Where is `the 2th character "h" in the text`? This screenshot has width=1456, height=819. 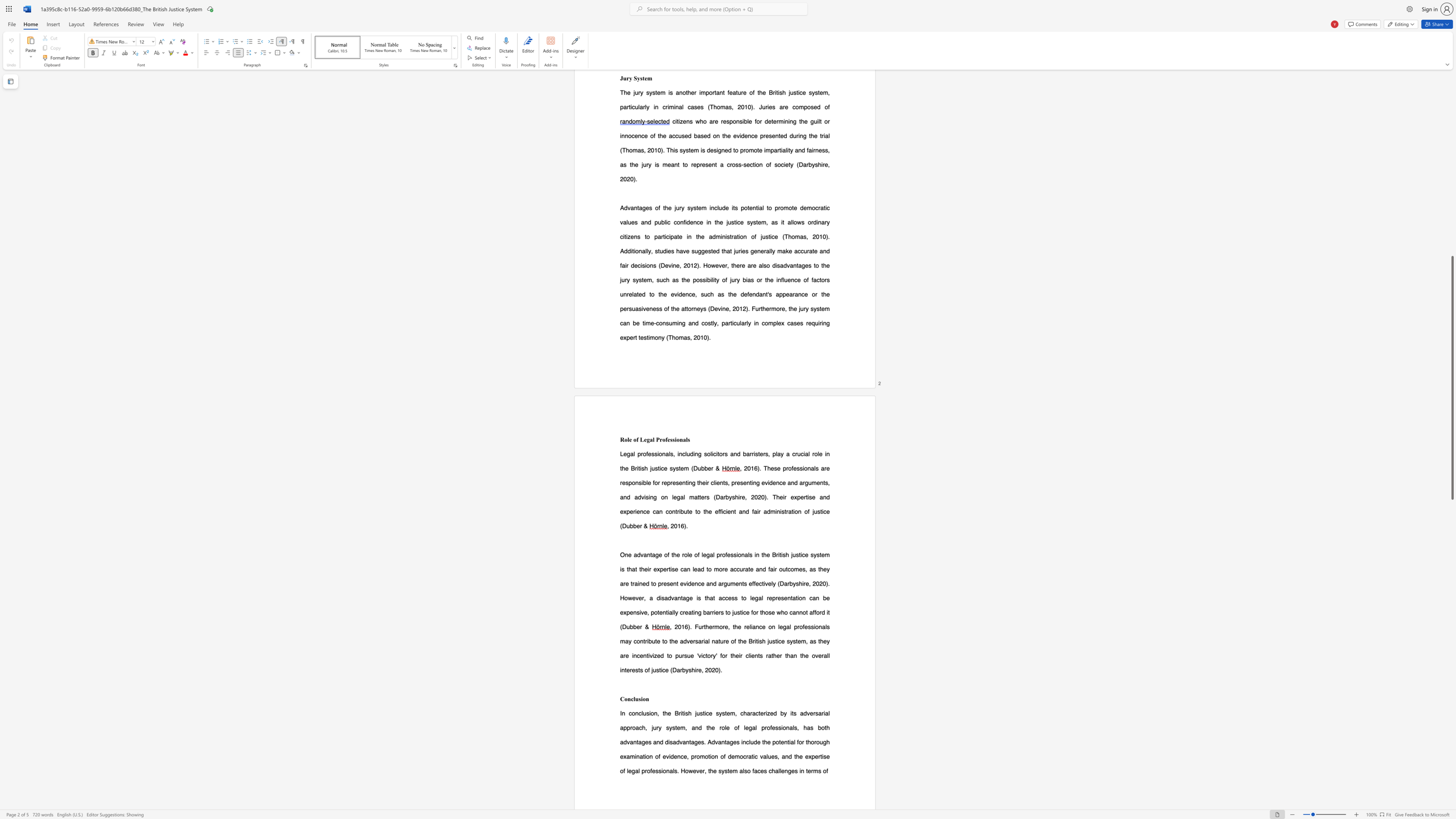
the 2th character "h" in the text is located at coordinates (690, 713).